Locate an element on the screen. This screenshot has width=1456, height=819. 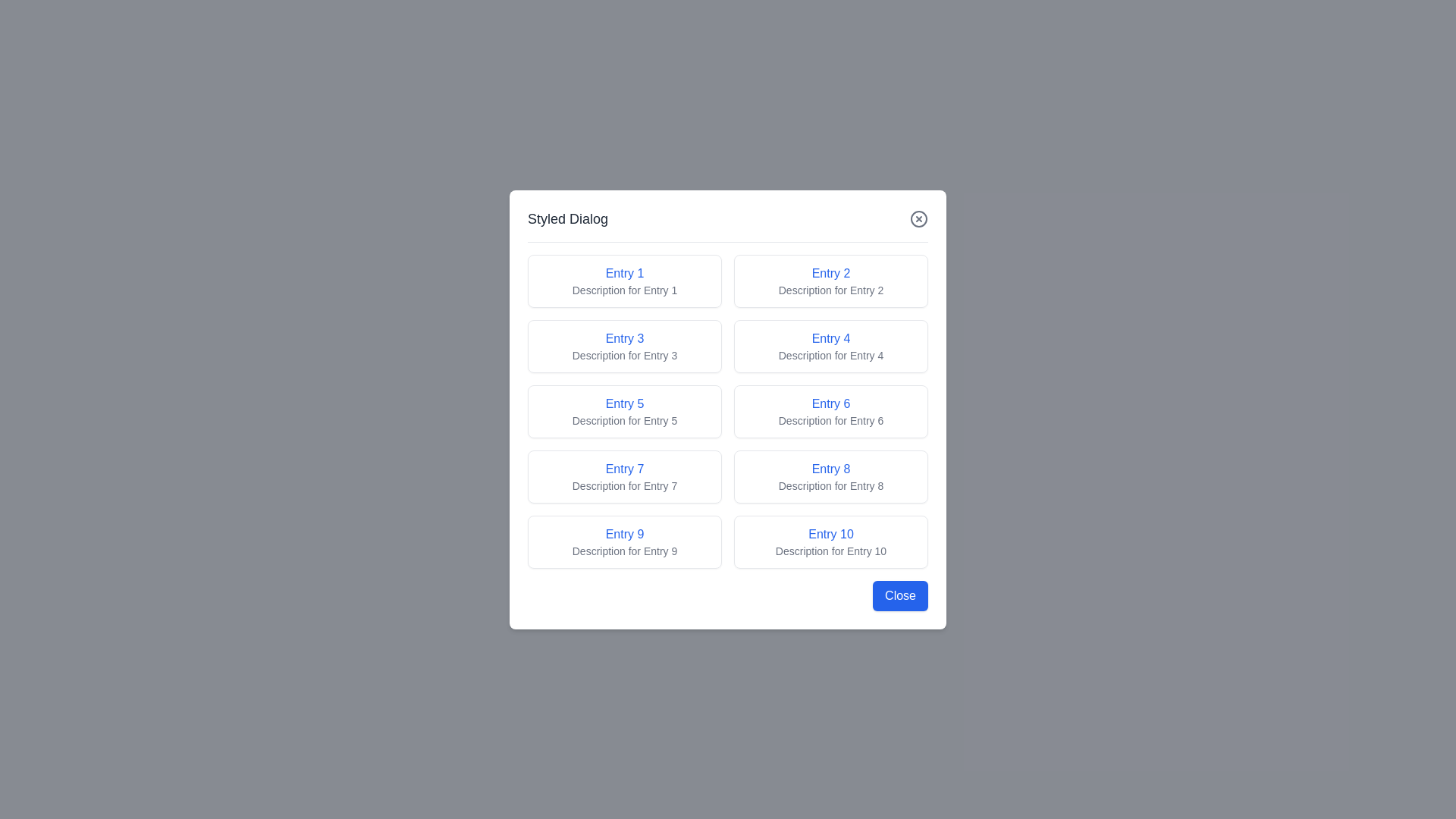
the close button to hide the dialog is located at coordinates (918, 218).